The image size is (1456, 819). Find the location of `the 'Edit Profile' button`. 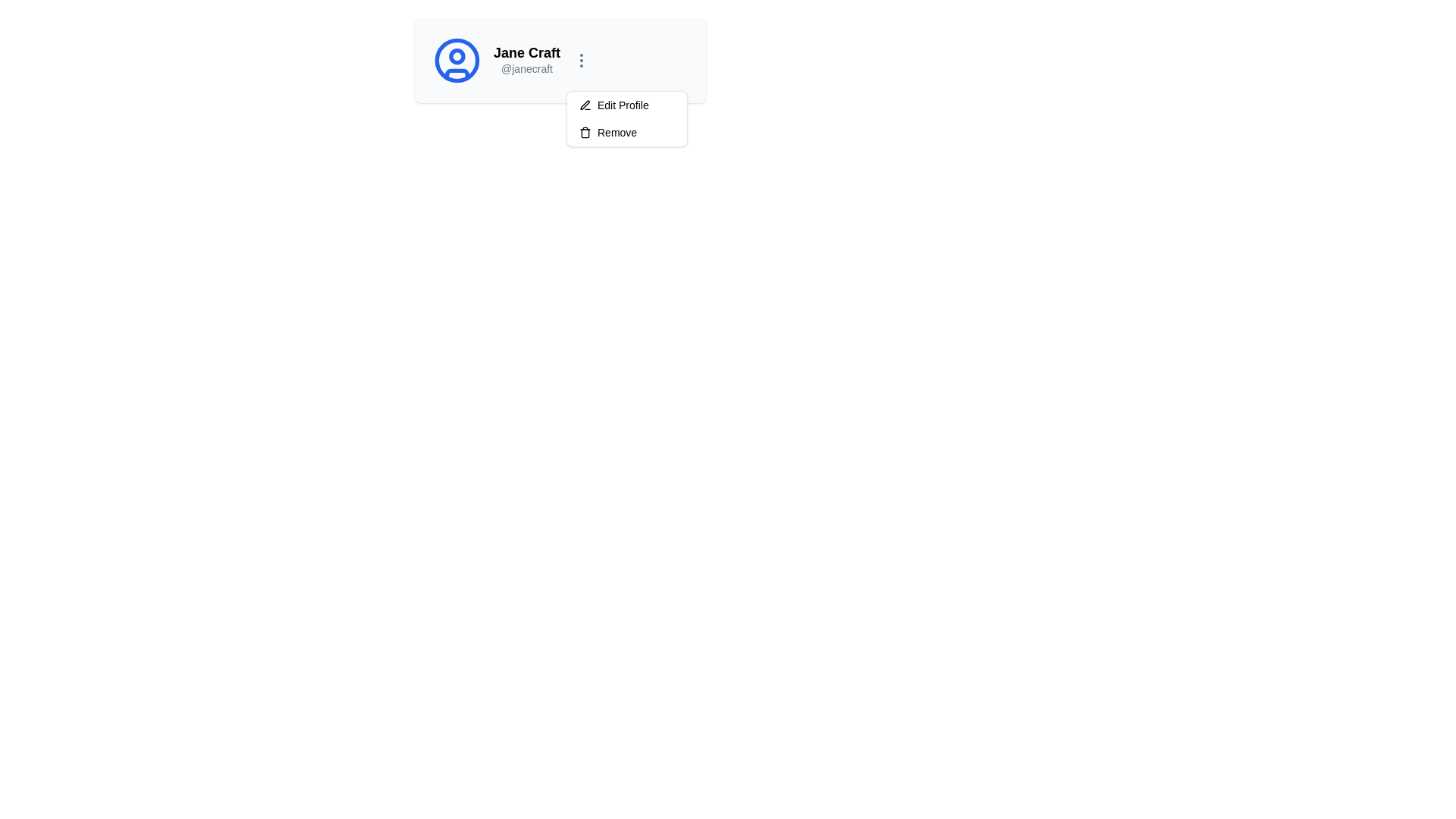

the 'Edit Profile' button is located at coordinates (626, 104).